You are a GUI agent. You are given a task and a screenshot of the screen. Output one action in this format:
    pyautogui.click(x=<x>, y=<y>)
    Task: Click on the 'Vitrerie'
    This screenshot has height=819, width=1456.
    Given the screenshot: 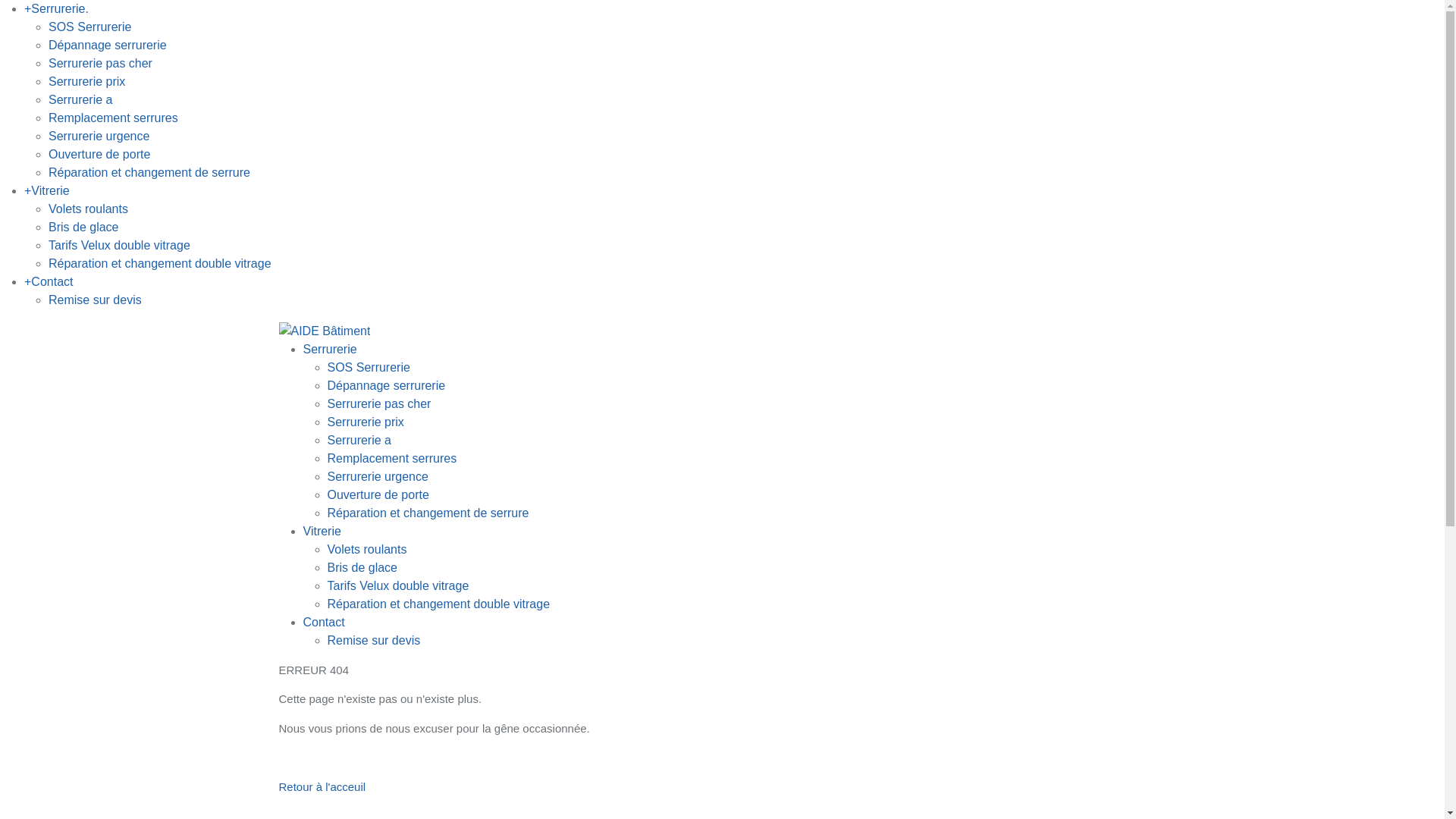 What is the action you would take?
    pyautogui.click(x=322, y=530)
    